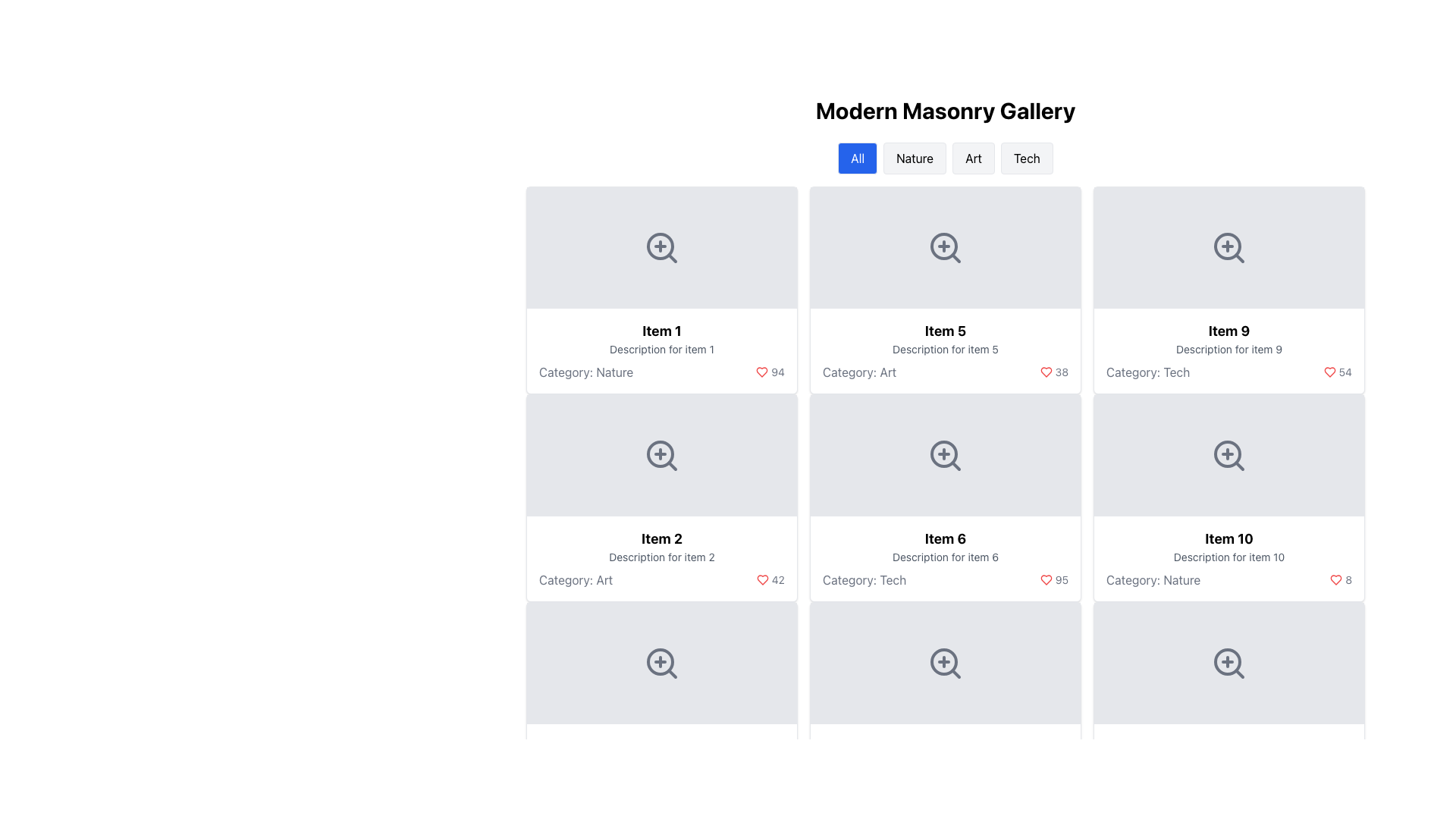 The image size is (1456, 819). I want to click on the zoom-in icon for 'Item 10' located in the third column and fourth row of the grid layout using keyboard navigation, so click(1229, 663).